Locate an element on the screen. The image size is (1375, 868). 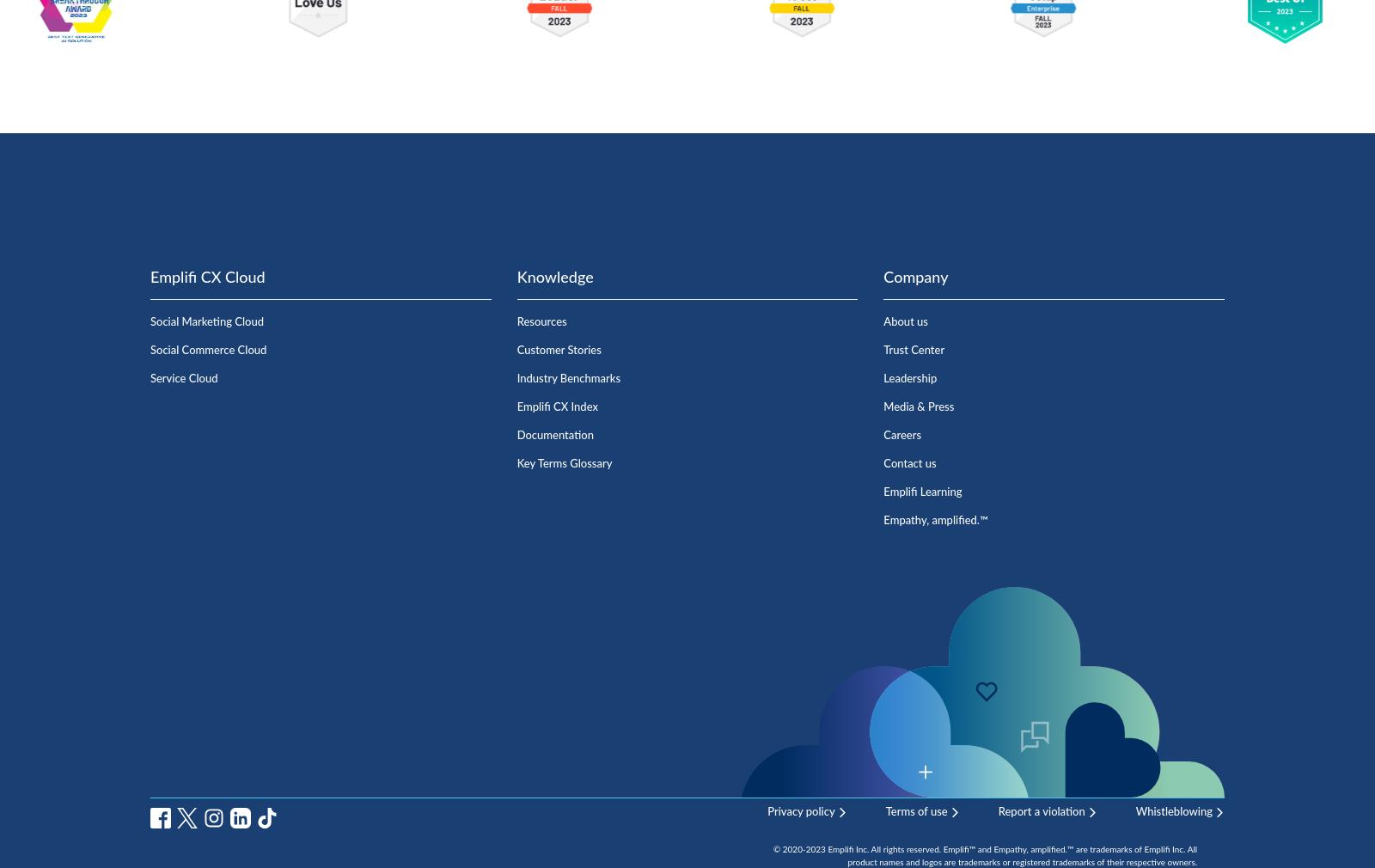
'Emplifi CX Index' is located at coordinates (557, 406).